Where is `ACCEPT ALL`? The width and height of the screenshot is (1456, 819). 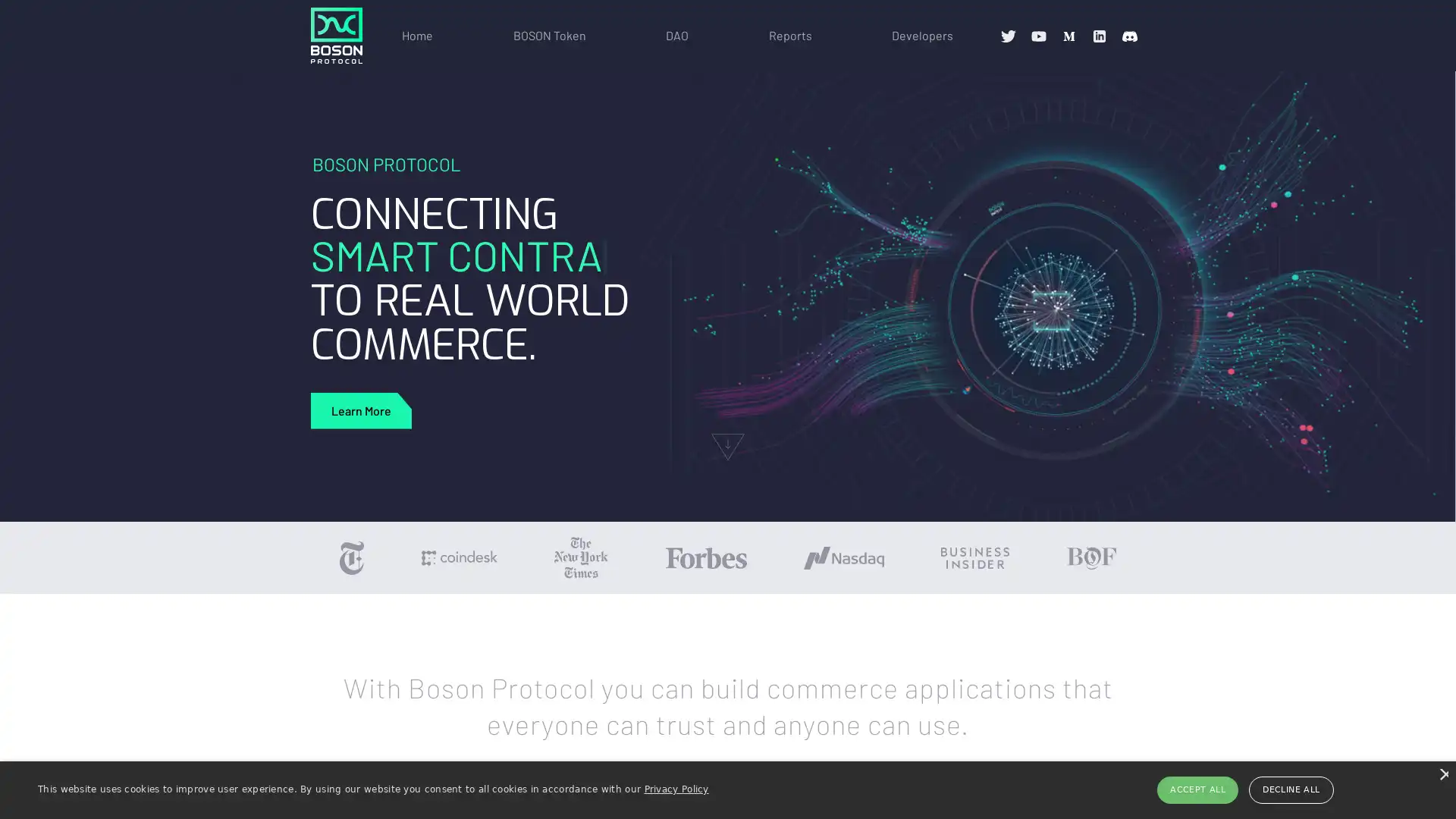 ACCEPT ALL is located at coordinates (1197, 789).